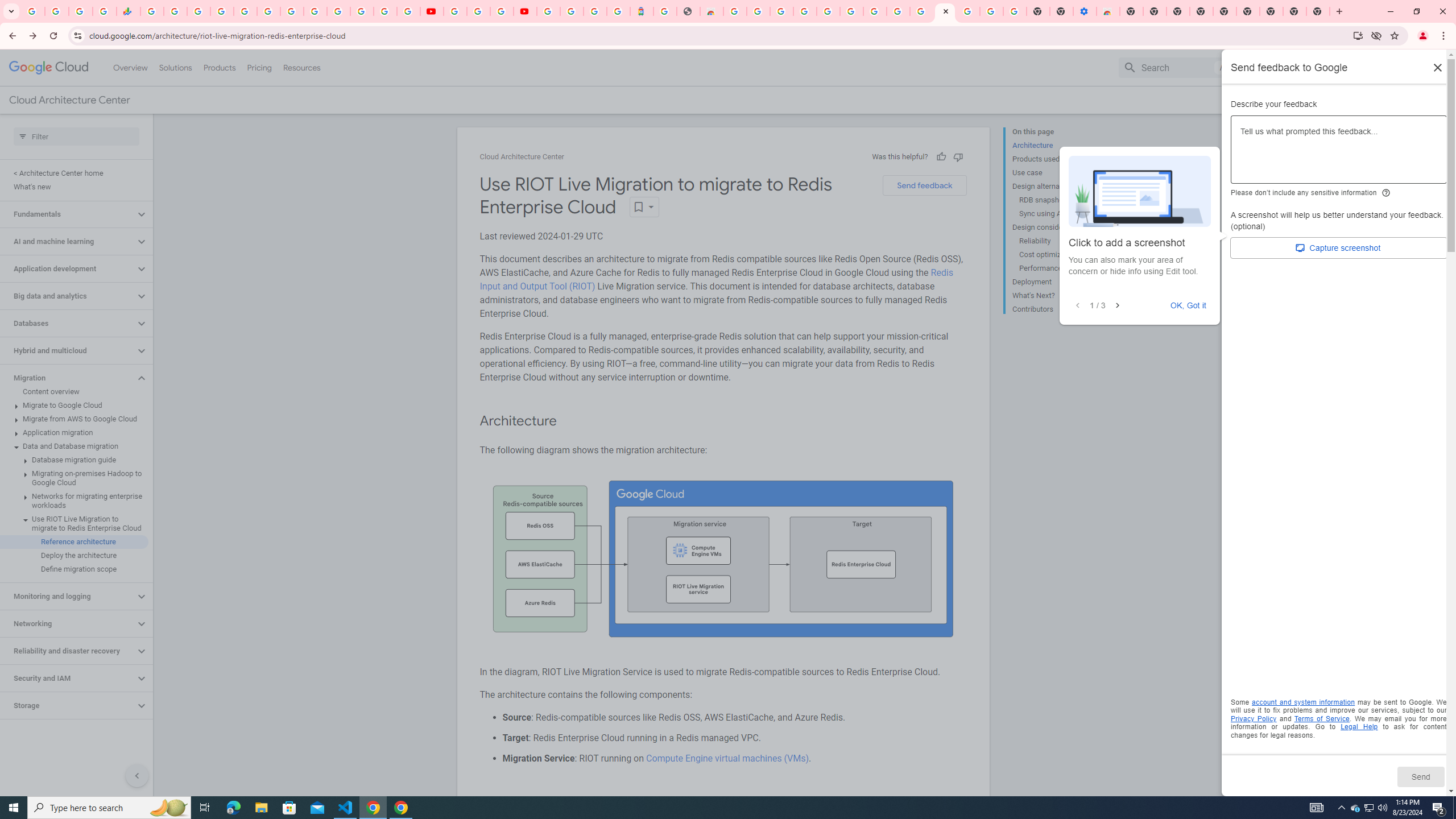 Image resolution: width=1456 pixels, height=819 pixels. I want to click on 'Networking', so click(67, 623).